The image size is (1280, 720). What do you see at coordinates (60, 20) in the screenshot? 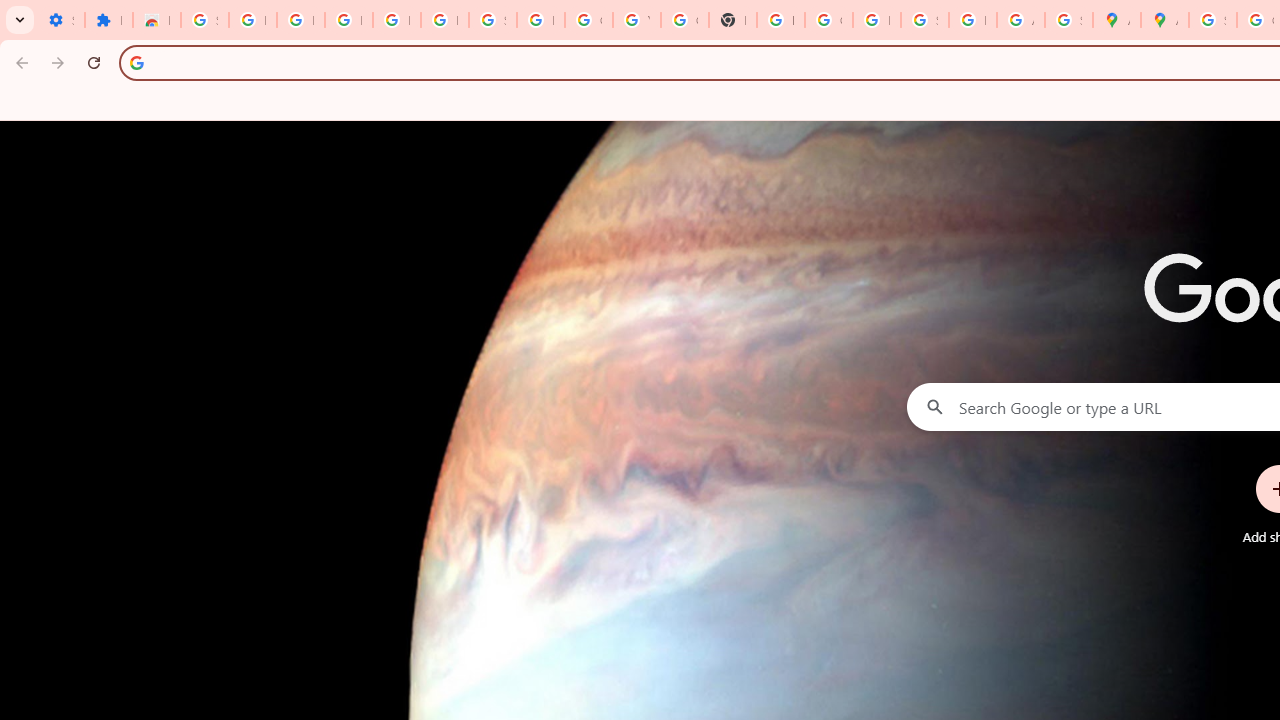
I see `'Settings - On startup'` at bounding box center [60, 20].